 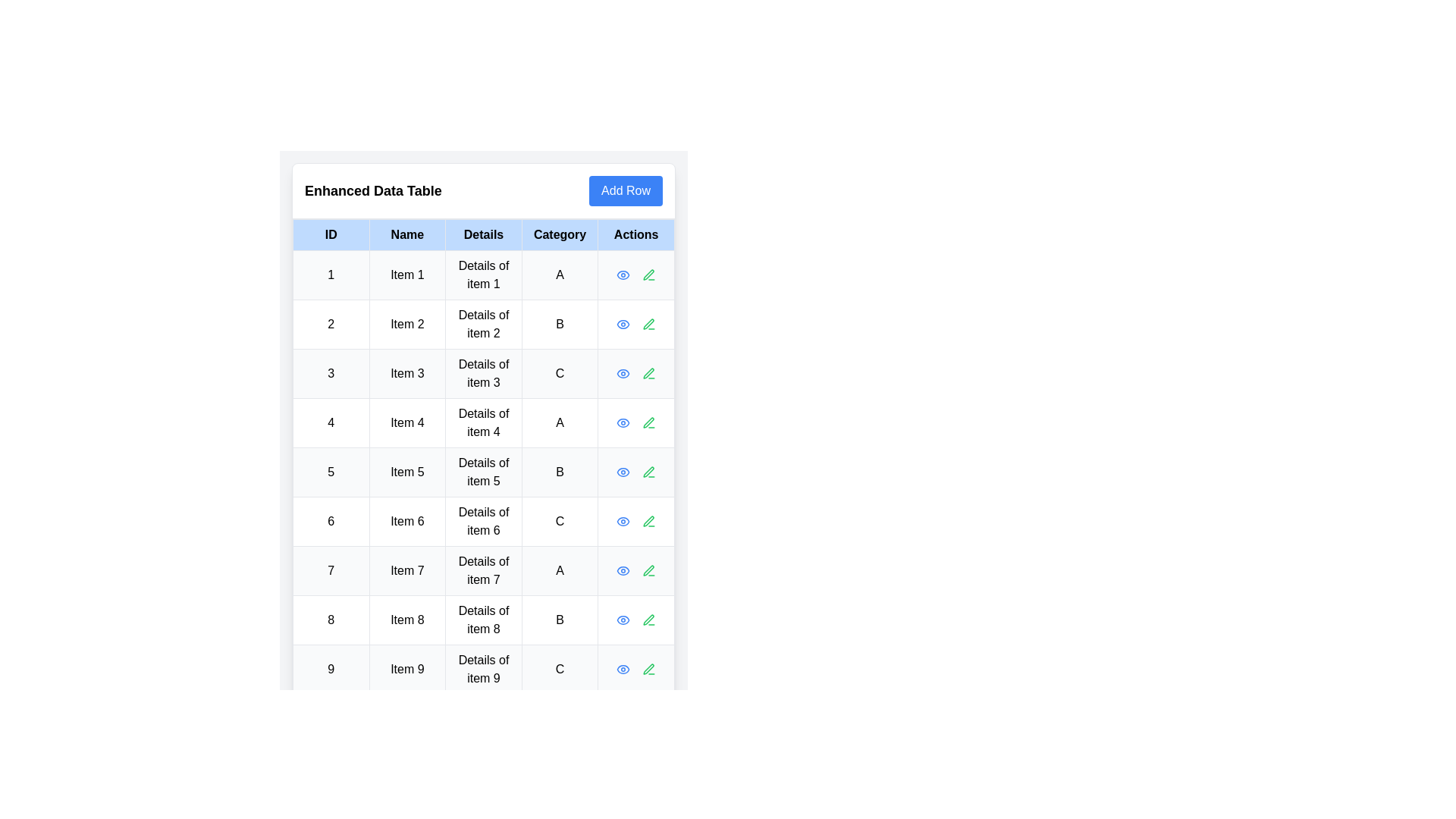 What do you see at coordinates (330, 570) in the screenshot?
I see `the text label displaying the number '7' in the 'ID' column of the seventh row of the table, which corresponds to 'Item 7'` at bounding box center [330, 570].